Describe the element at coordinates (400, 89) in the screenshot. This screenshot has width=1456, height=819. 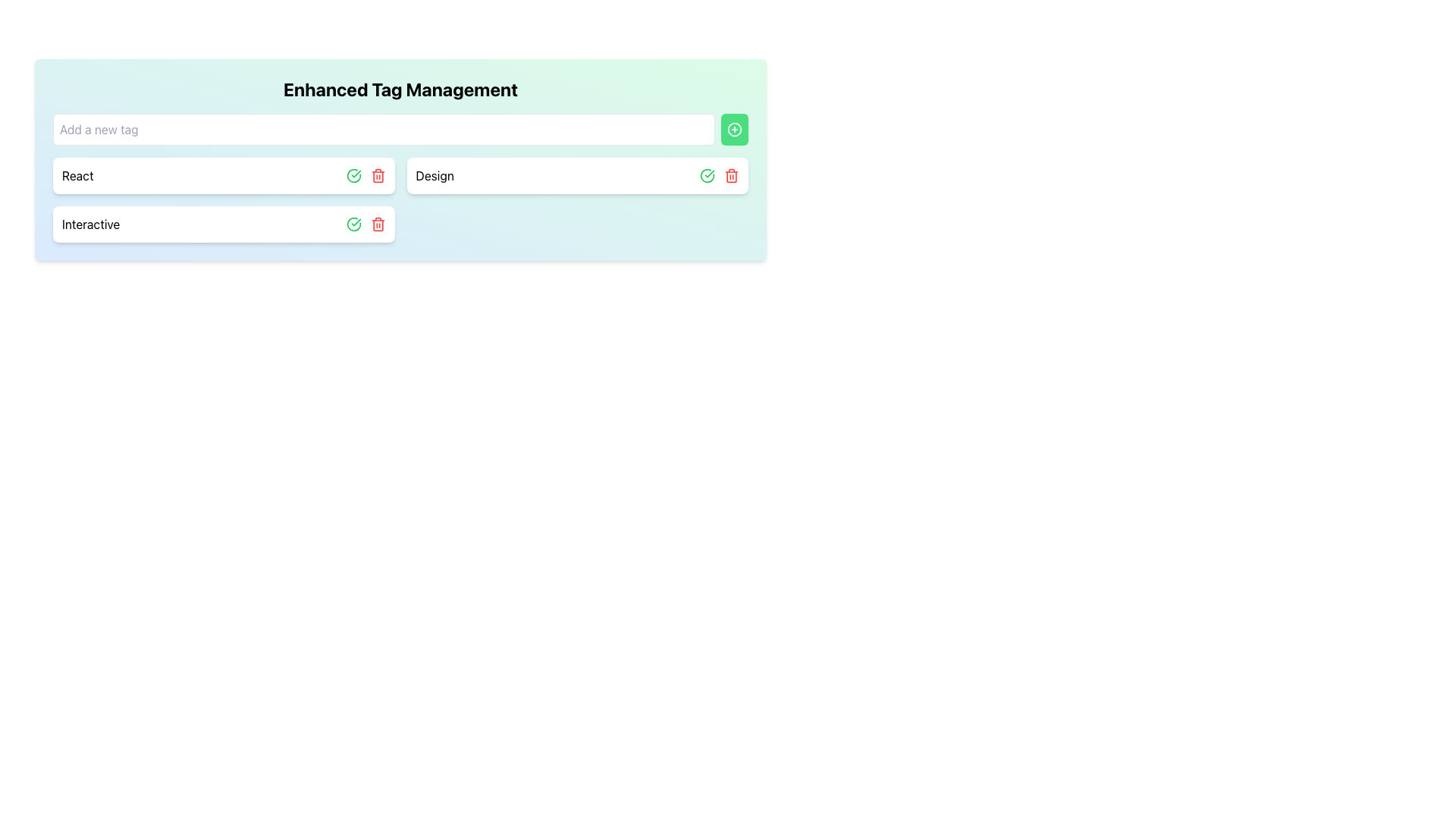
I see `the Header or Title element displaying 'Enhanced Tag Management', which is styled with a bold, large font and positioned at the top of the card with a gradient background` at that location.